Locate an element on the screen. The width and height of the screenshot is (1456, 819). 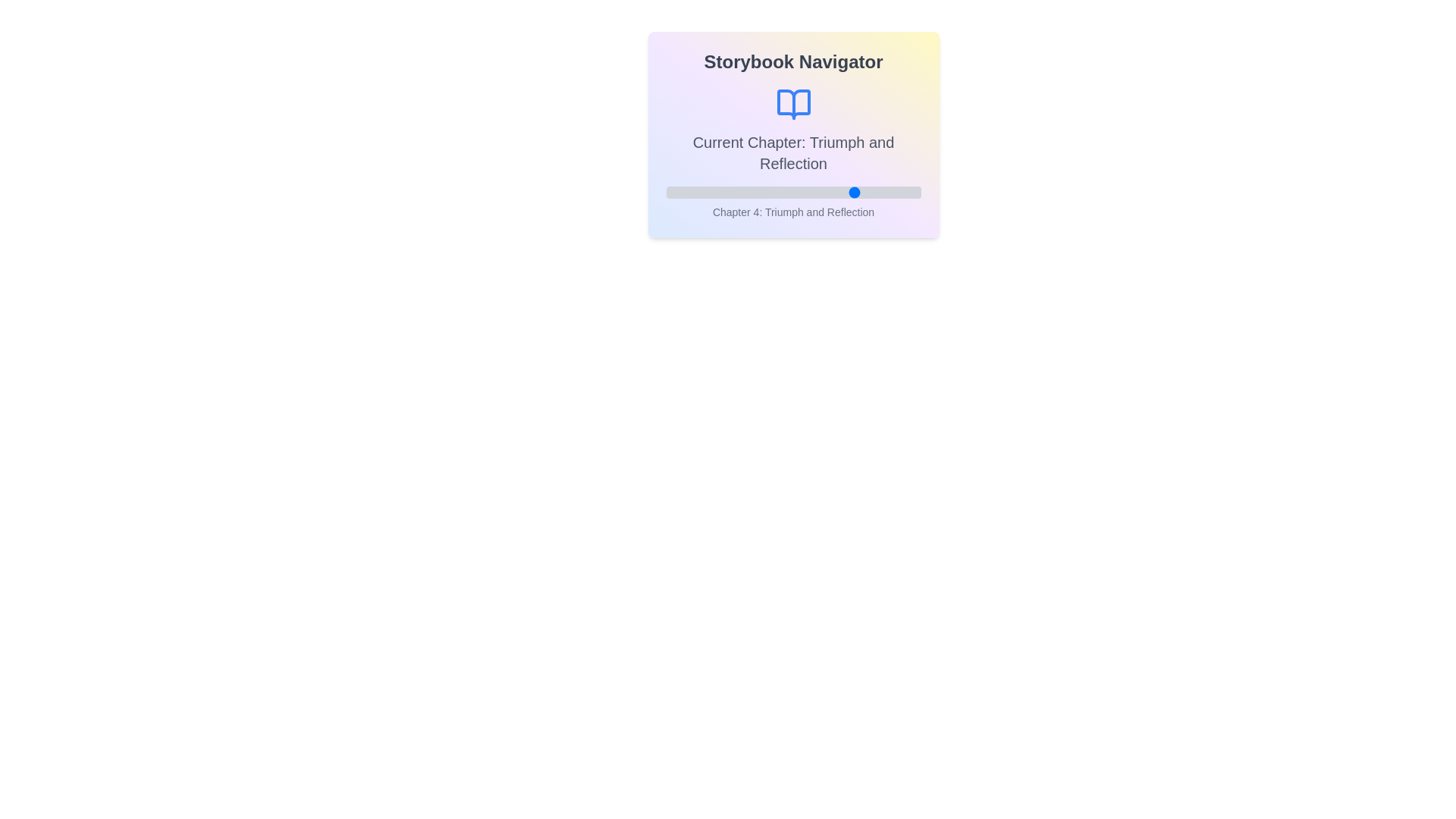
the decorative icon to inspect its visual representation is located at coordinates (792, 104).